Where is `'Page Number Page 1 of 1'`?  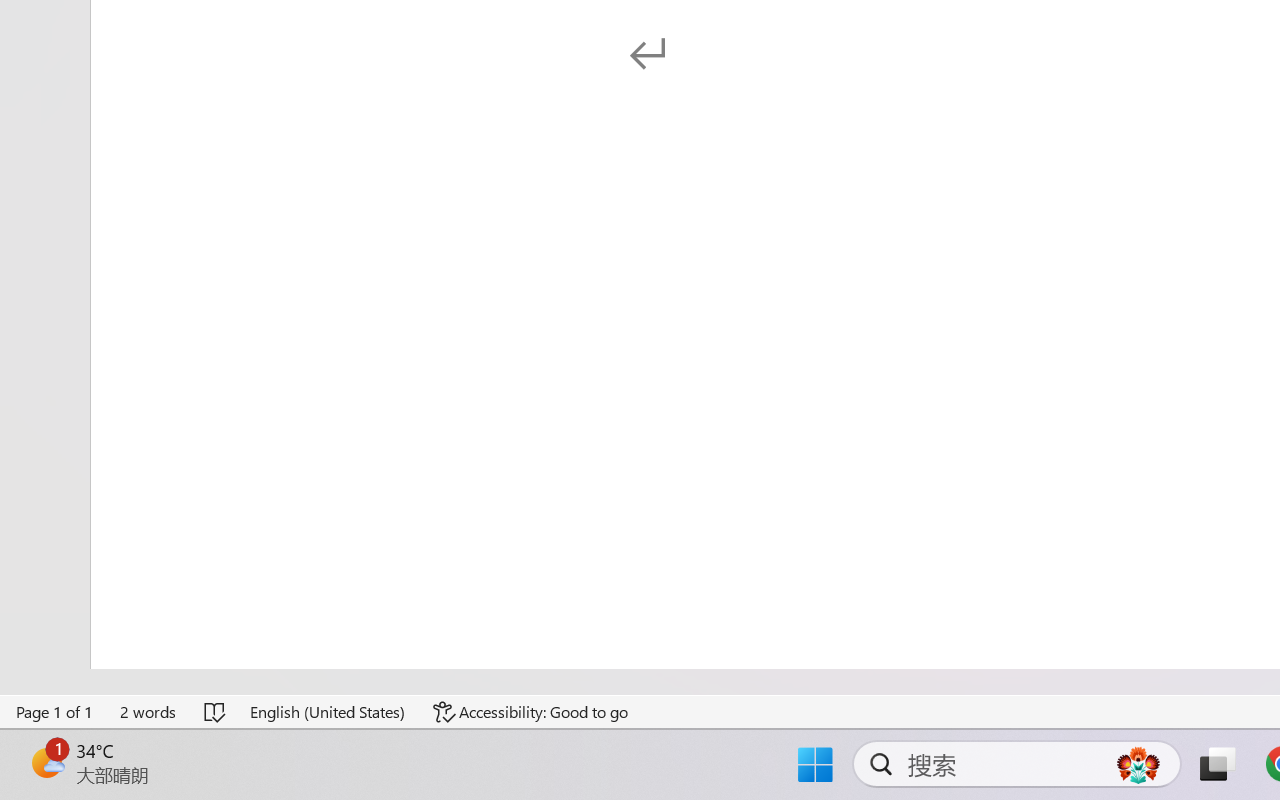
'Page Number Page 1 of 1' is located at coordinates (55, 711).